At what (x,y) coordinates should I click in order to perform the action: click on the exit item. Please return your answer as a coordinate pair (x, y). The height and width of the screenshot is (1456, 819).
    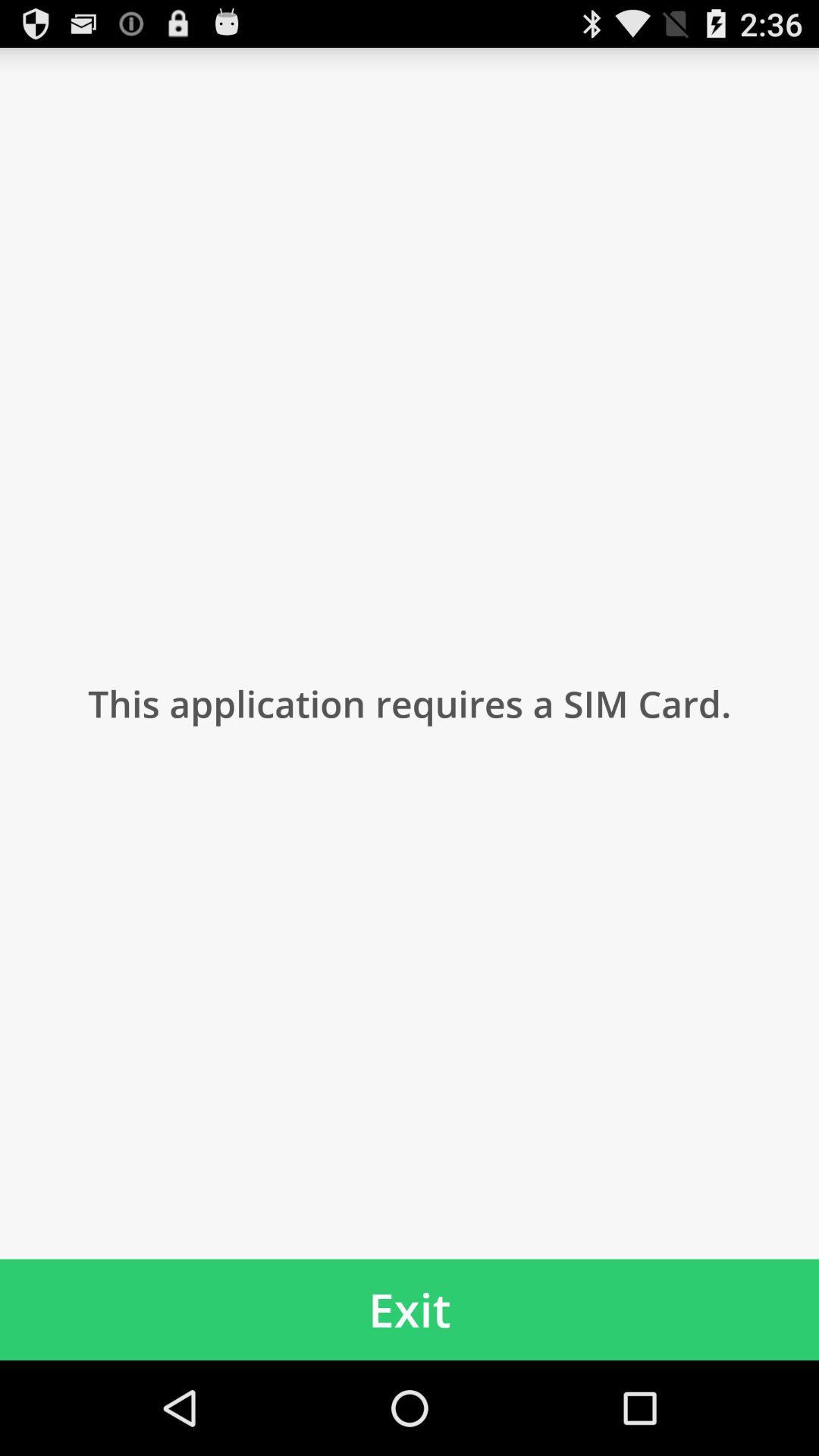
    Looking at the image, I should click on (409, 1309).